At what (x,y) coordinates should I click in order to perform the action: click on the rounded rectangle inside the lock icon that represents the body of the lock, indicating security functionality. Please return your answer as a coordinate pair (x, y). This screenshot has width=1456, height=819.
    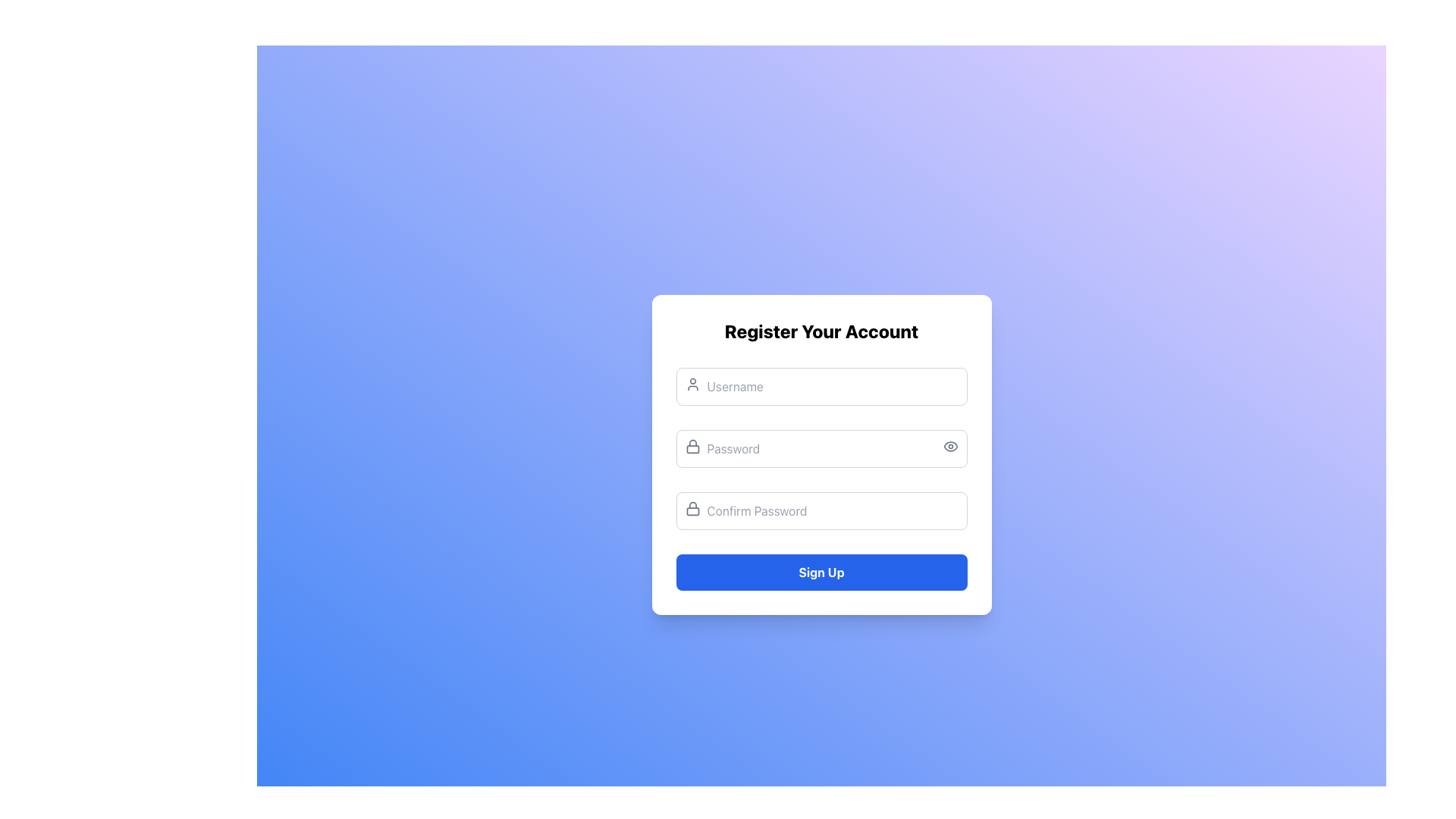
    Looking at the image, I should click on (692, 448).